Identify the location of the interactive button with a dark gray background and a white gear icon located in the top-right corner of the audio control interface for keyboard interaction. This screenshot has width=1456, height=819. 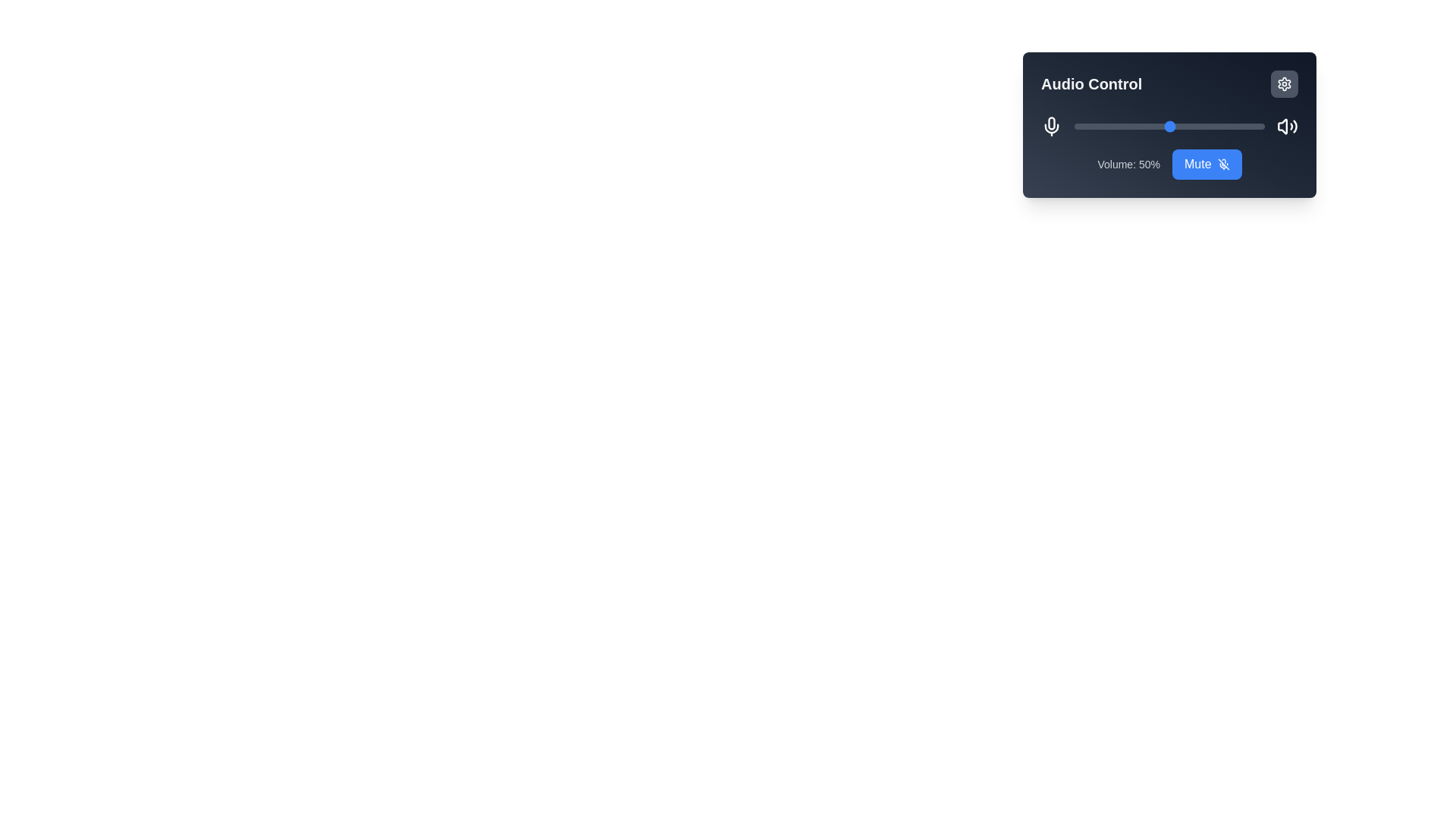
(1284, 84).